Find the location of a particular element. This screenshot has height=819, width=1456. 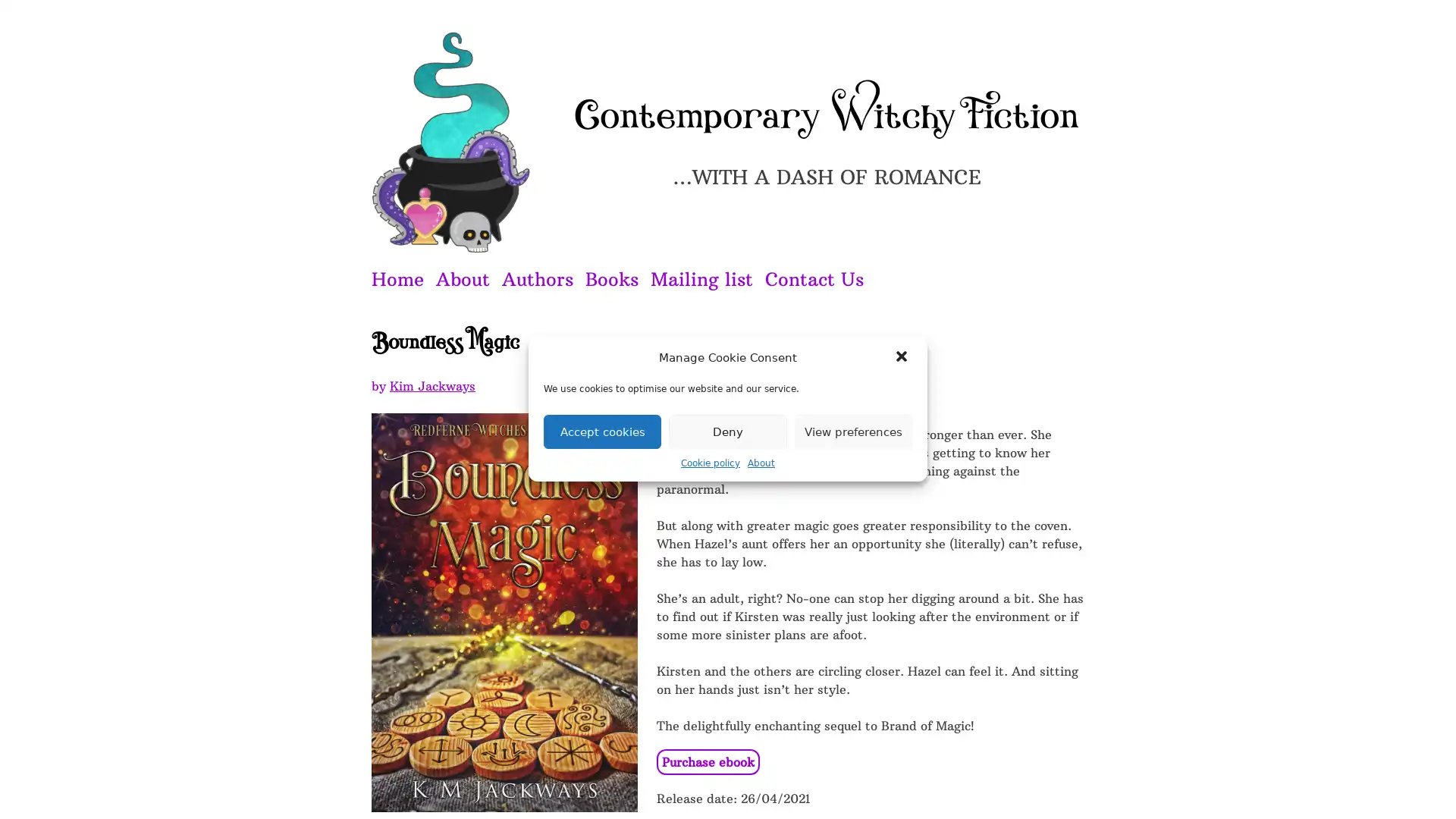

View preferences is located at coordinates (852, 431).